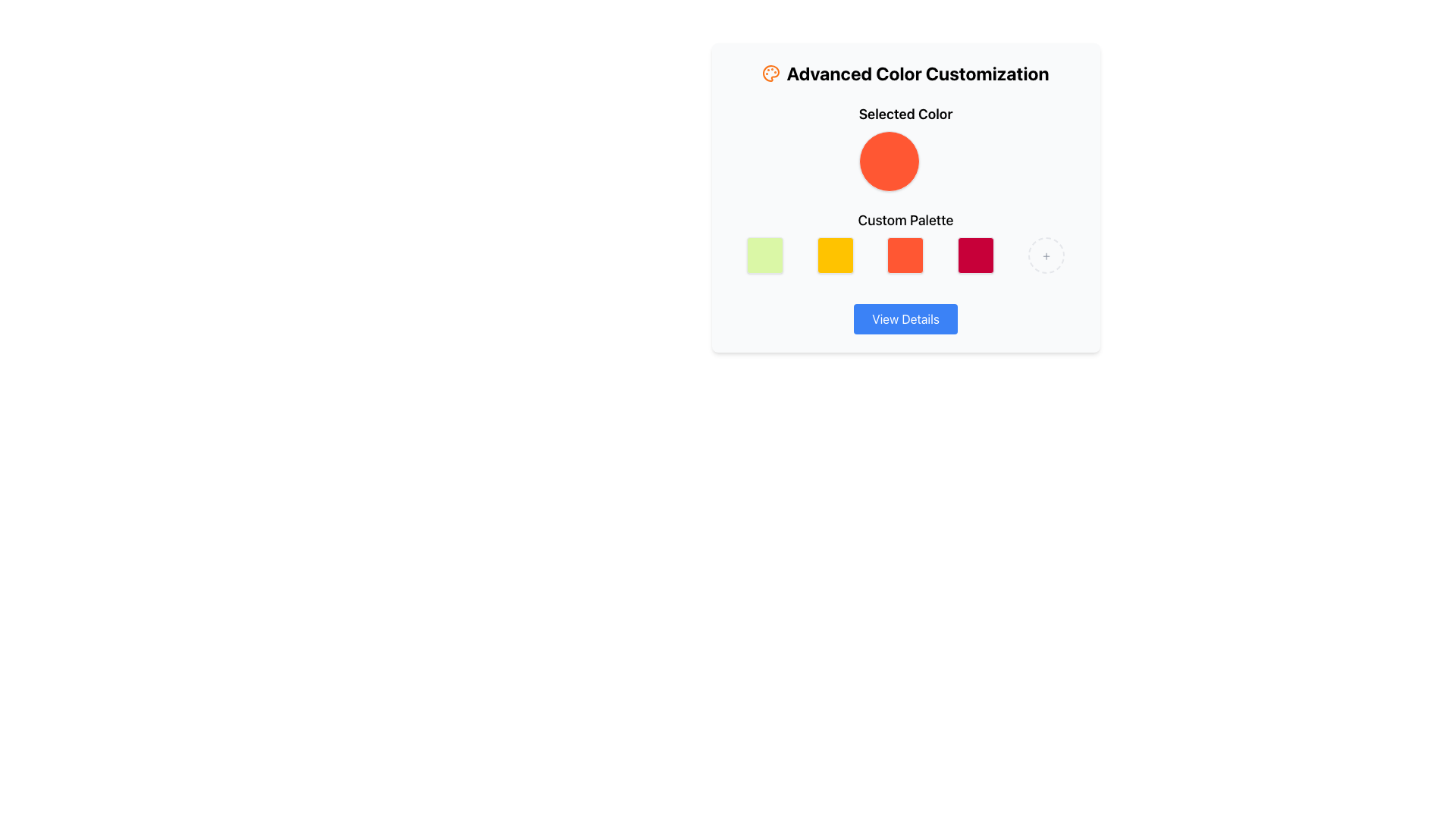 The image size is (1456, 819). What do you see at coordinates (905, 318) in the screenshot?
I see `the button located at the bottom-center of the card in the 'Advanced Color Customization' section to initiate an action` at bounding box center [905, 318].